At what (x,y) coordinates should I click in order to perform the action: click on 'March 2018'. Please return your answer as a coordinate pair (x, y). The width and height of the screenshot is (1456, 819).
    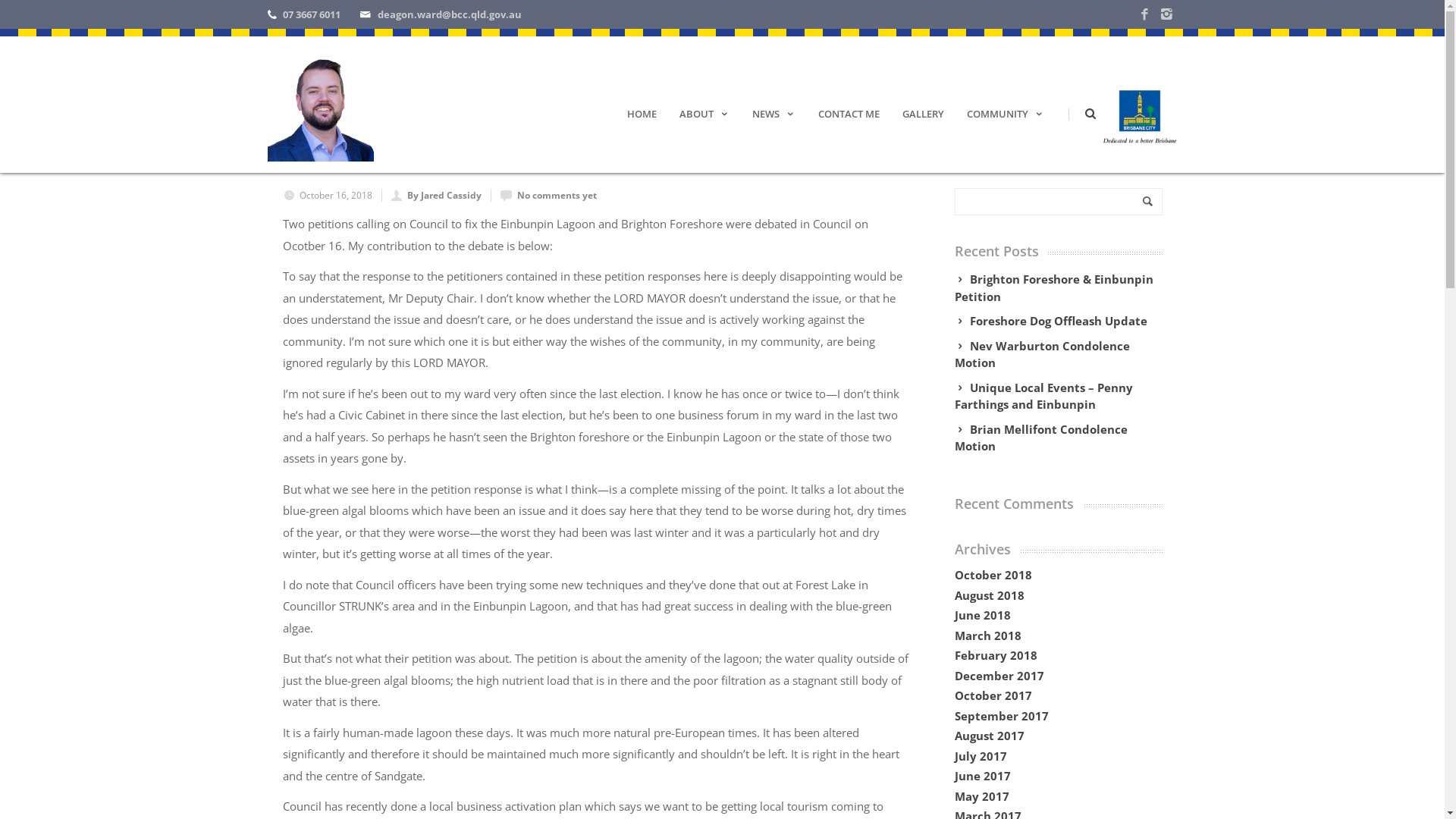
    Looking at the image, I should click on (987, 635).